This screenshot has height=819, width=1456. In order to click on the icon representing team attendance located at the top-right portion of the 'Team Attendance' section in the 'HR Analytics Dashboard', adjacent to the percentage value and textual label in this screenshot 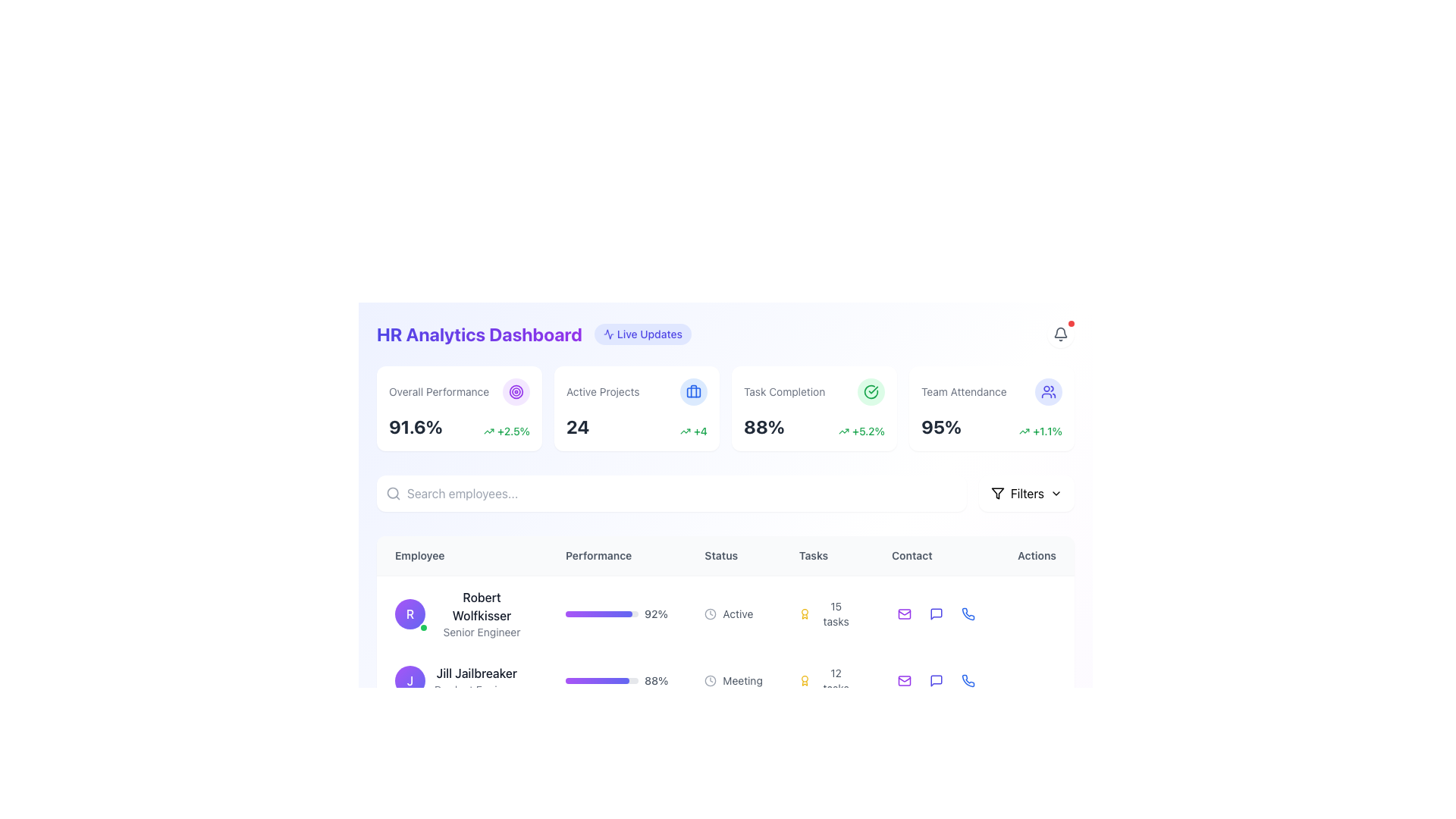, I will do `click(1047, 391)`.